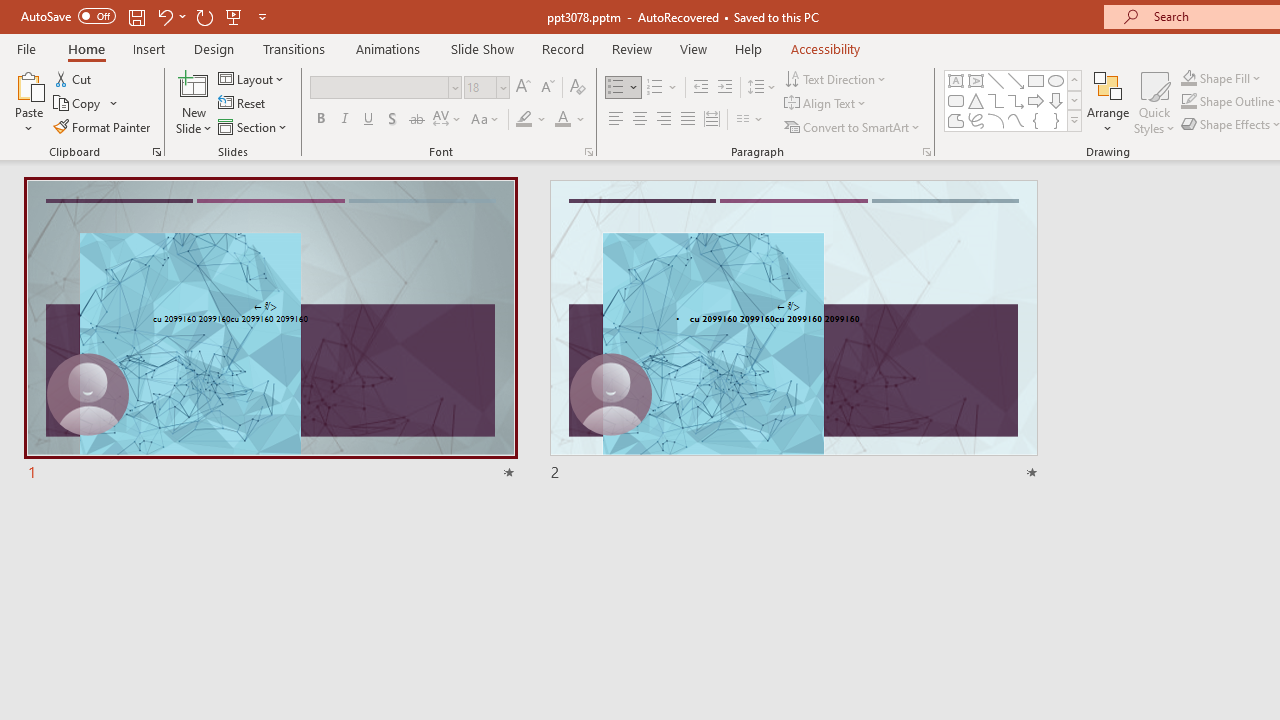 This screenshot has width=1280, height=720. I want to click on 'AutomationID: ShapesInsertGallery', so click(1014, 100).